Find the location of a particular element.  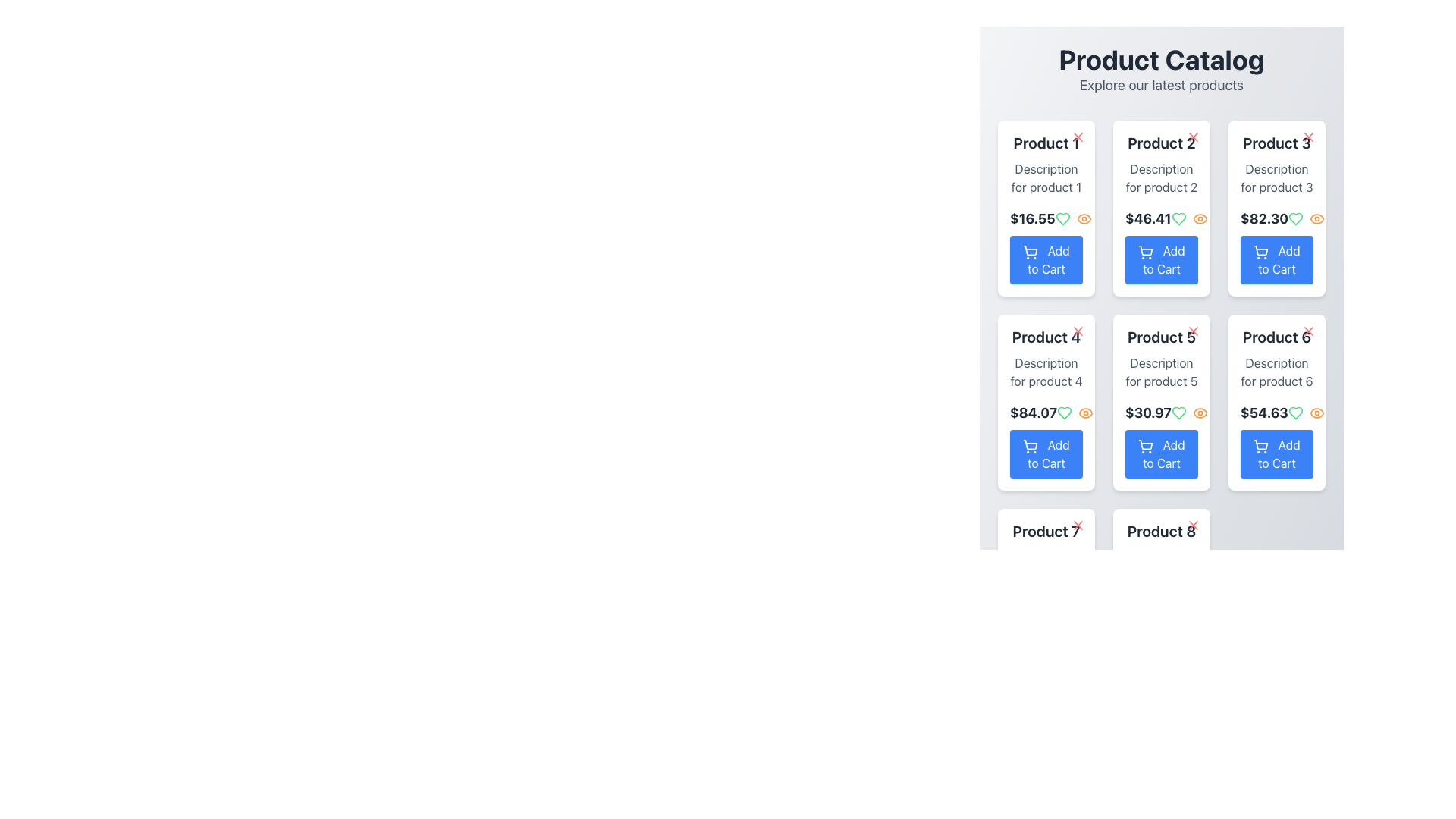

the price label for 'Product 2' located in the second row and first column of the product grid, situated above the 'Add to Cart' button is located at coordinates (1160, 219).